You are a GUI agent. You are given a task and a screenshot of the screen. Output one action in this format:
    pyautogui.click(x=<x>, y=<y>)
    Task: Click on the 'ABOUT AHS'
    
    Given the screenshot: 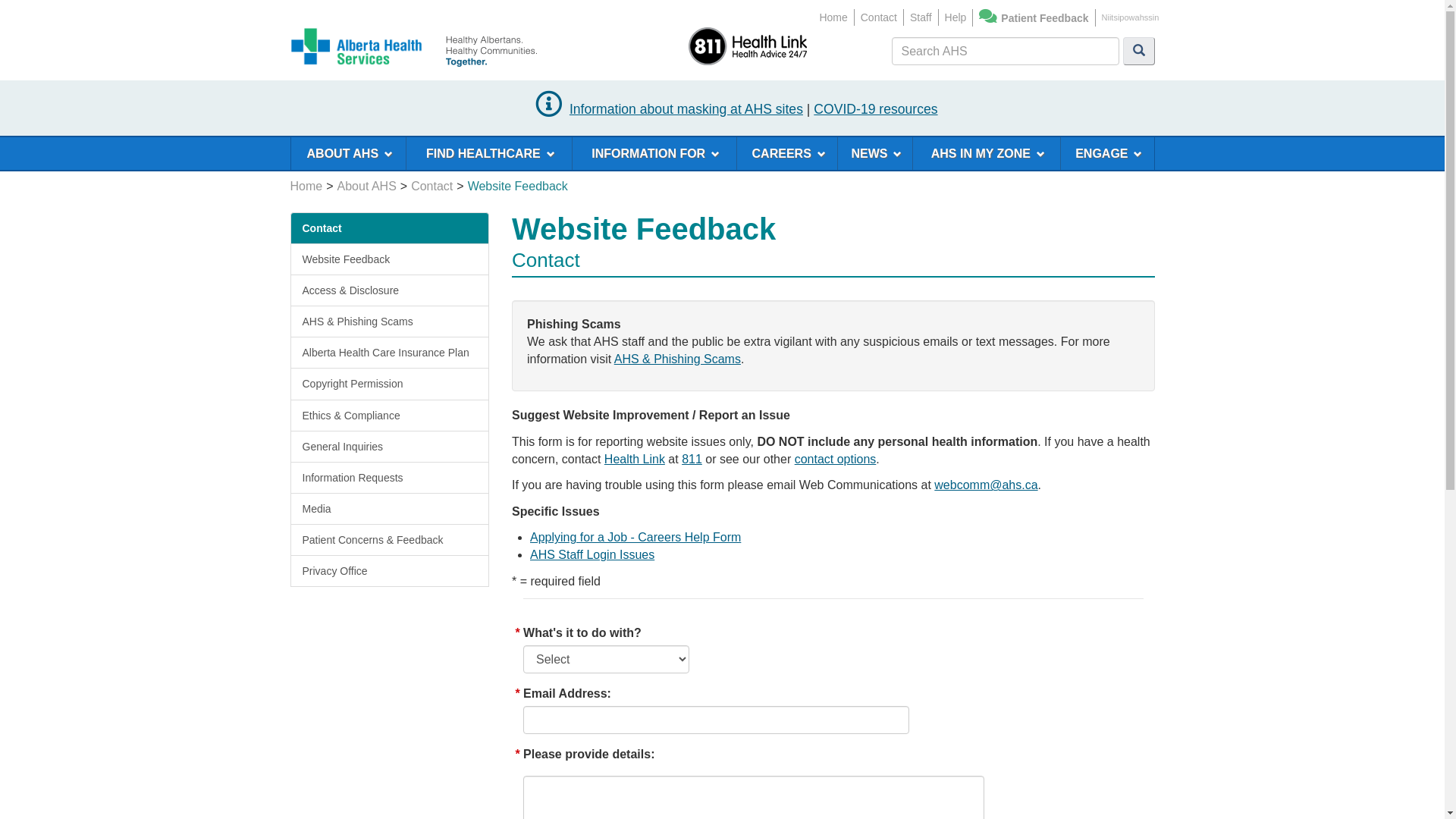 What is the action you would take?
    pyautogui.click(x=290, y=153)
    